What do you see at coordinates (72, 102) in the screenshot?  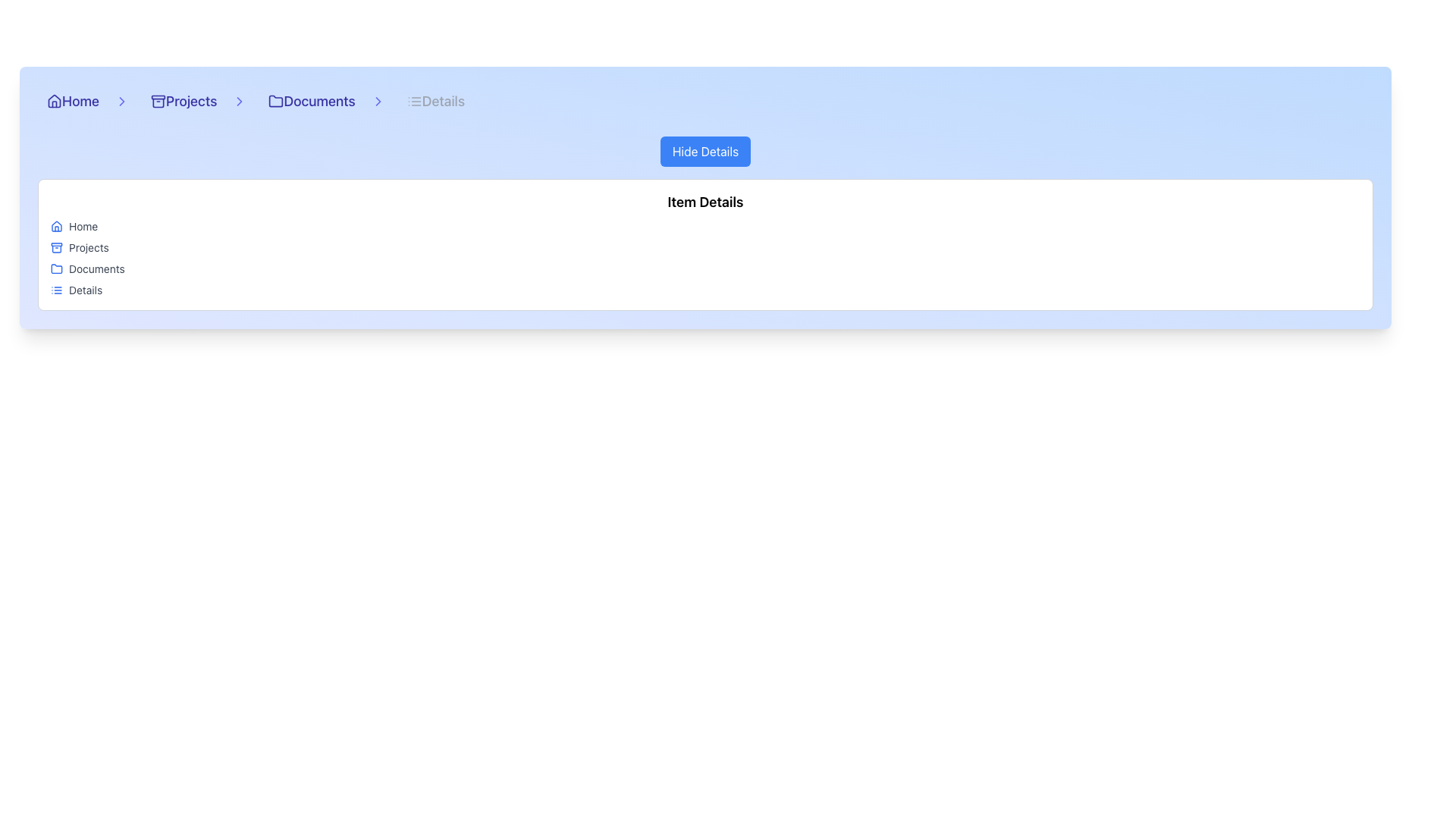 I see `the 'Home' navigation link located at the top left of the navigation area` at bounding box center [72, 102].